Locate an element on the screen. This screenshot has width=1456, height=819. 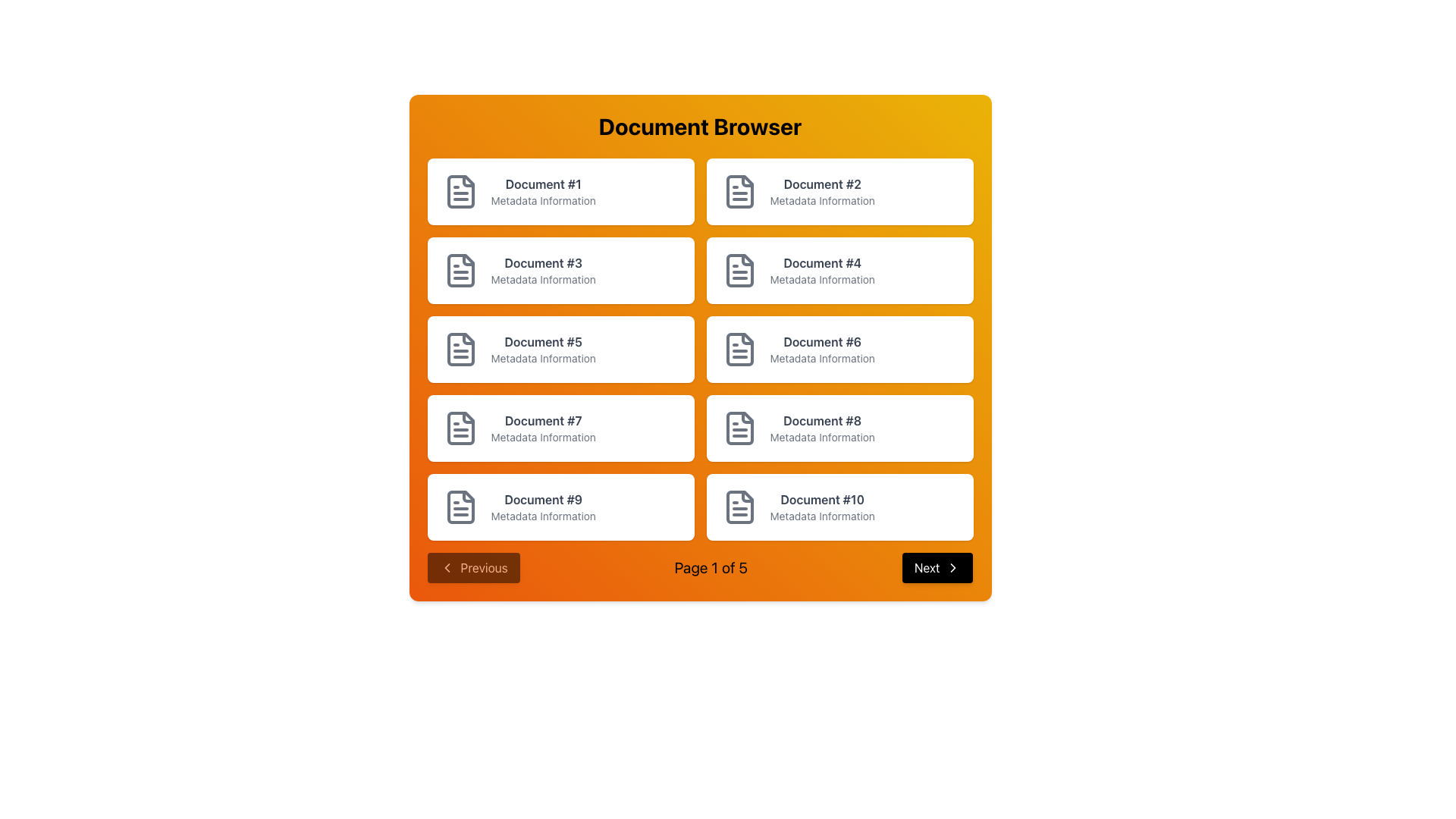
the text label displaying 'Page 1 of 5', which is centrally aligned in the footer and positioned between the 'Previous' and 'Next' buttons is located at coordinates (710, 567).